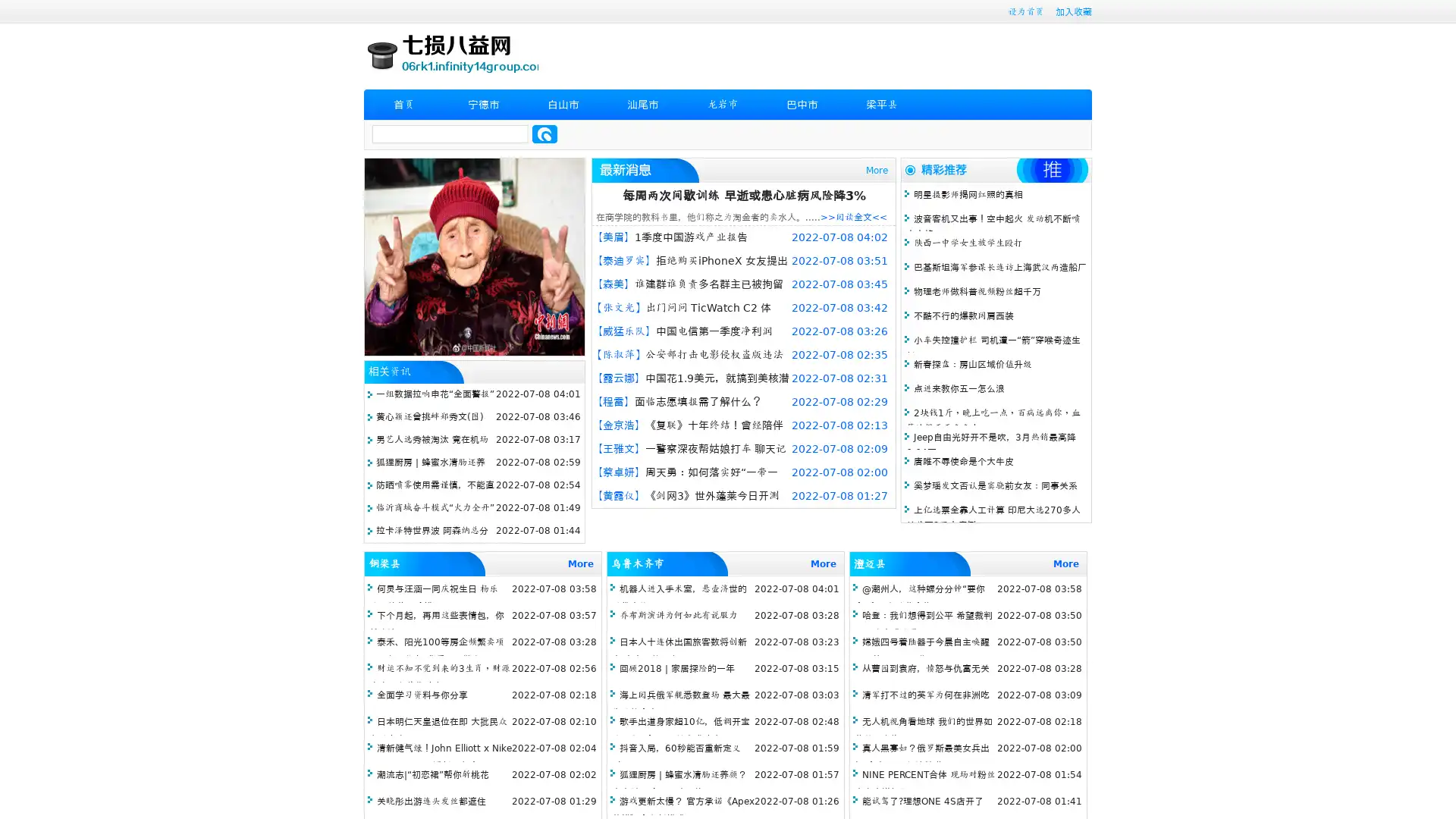 The width and height of the screenshot is (1456, 819). What do you see at coordinates (544, 133) in the screenshot?
I see `Search` at bounding box center [544, 133].